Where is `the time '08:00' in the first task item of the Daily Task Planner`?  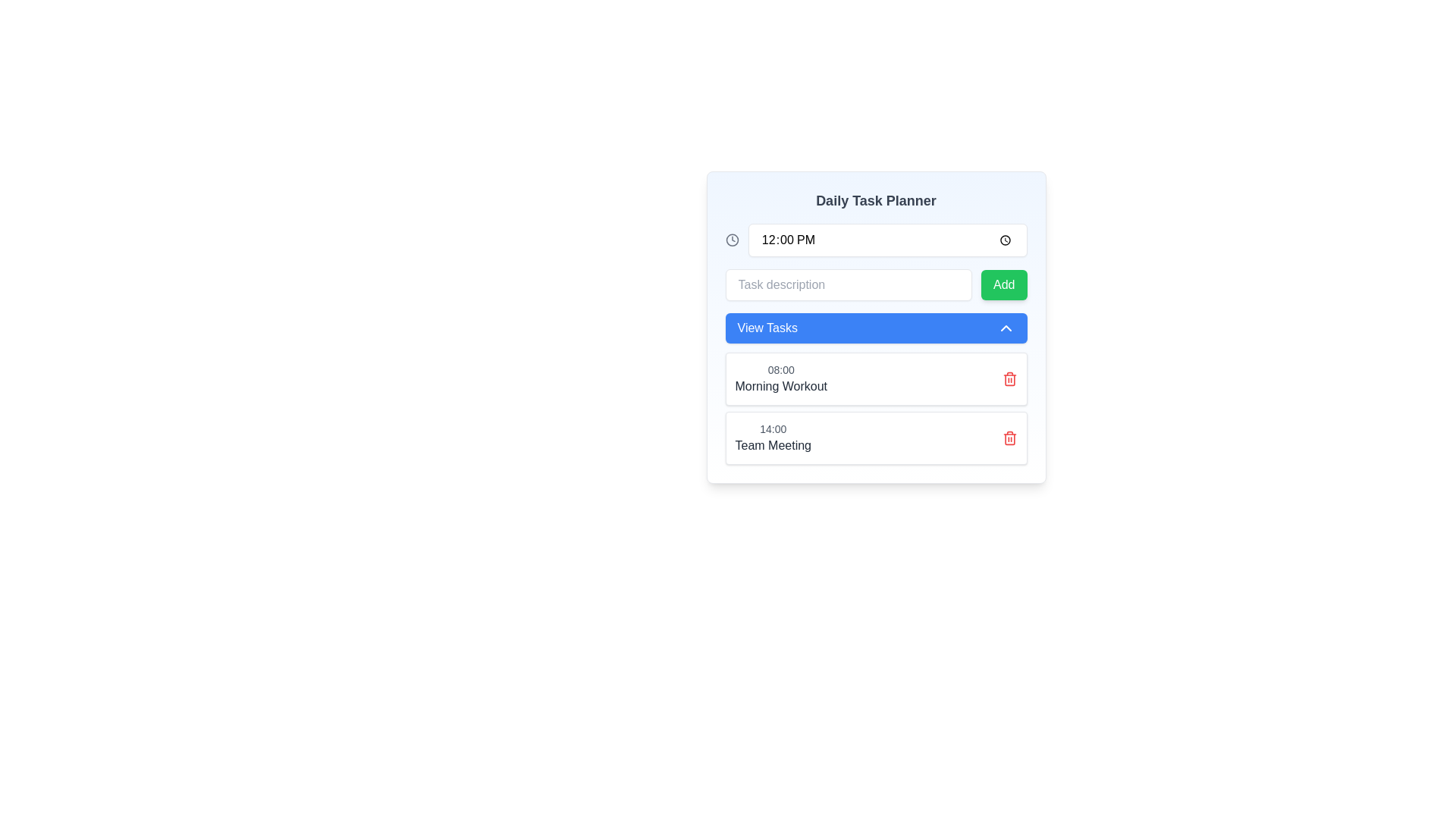 the time '08:00' in the first task item of the Daily Task Planner is located at coordinates (876, 378).